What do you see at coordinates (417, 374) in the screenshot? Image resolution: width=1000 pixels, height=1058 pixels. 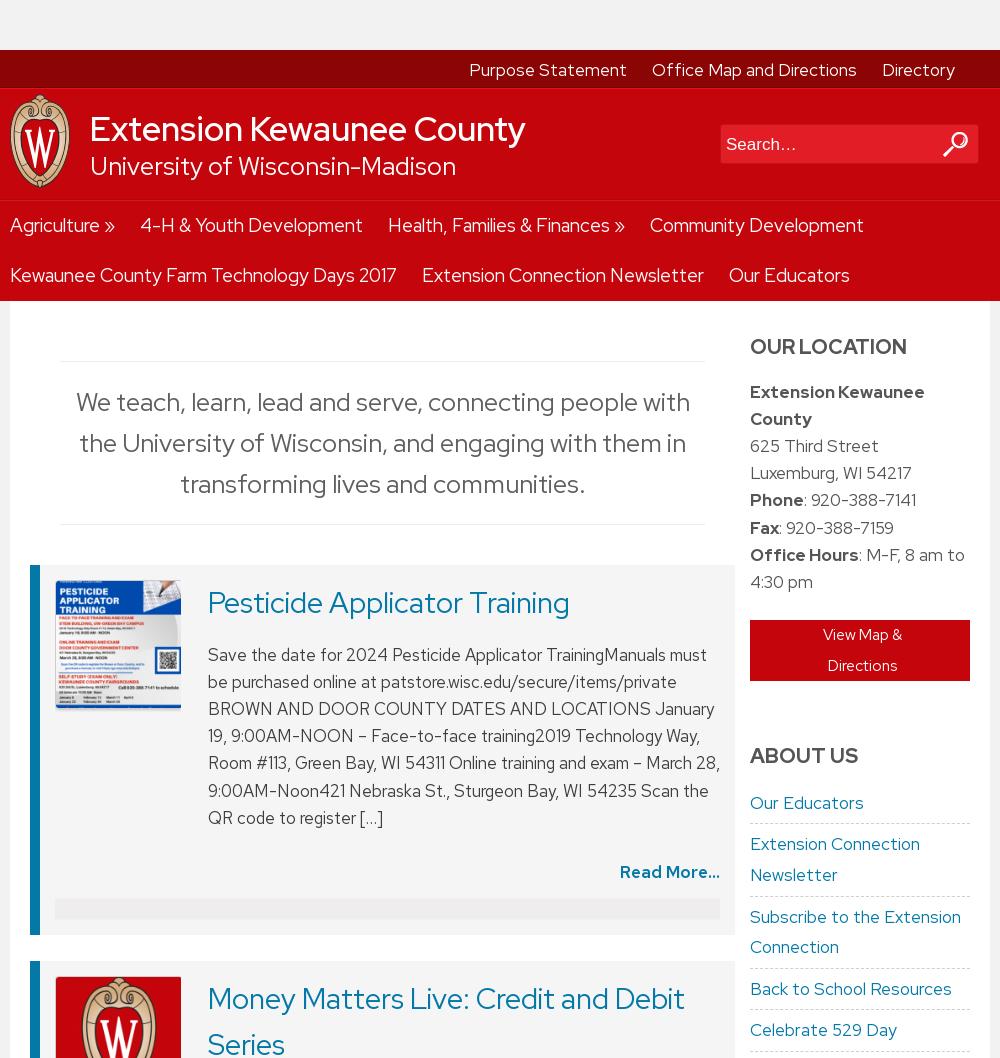 I see `'Extension Kewaunee County Co-Parenting Classes'` at bounding box center [417, 374].